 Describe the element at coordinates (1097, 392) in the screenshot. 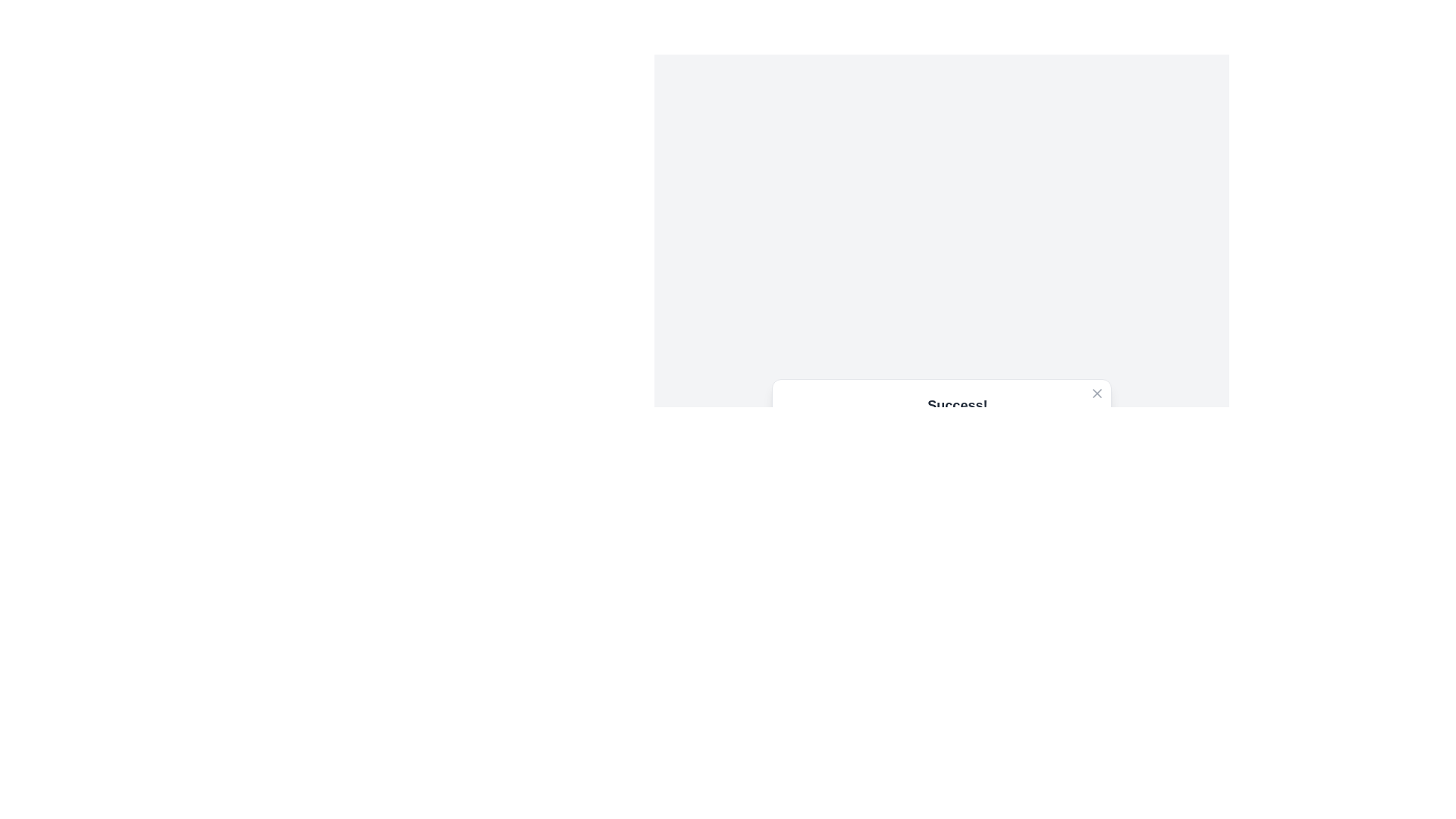

I see `close button to dismiss the alert` at that location.